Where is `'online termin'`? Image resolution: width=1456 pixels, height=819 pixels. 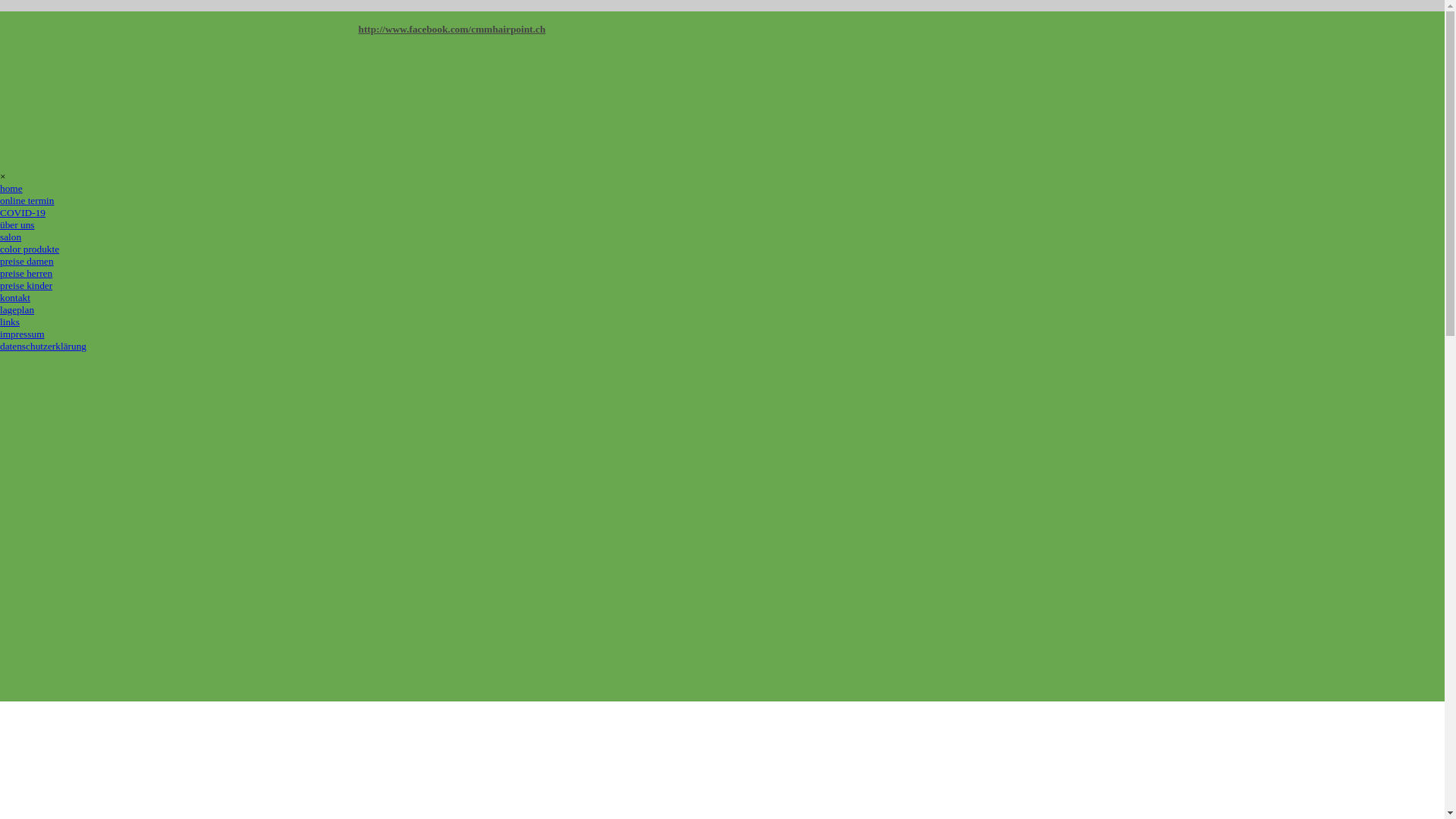
'online termin' is located at coordinates (27, 199).